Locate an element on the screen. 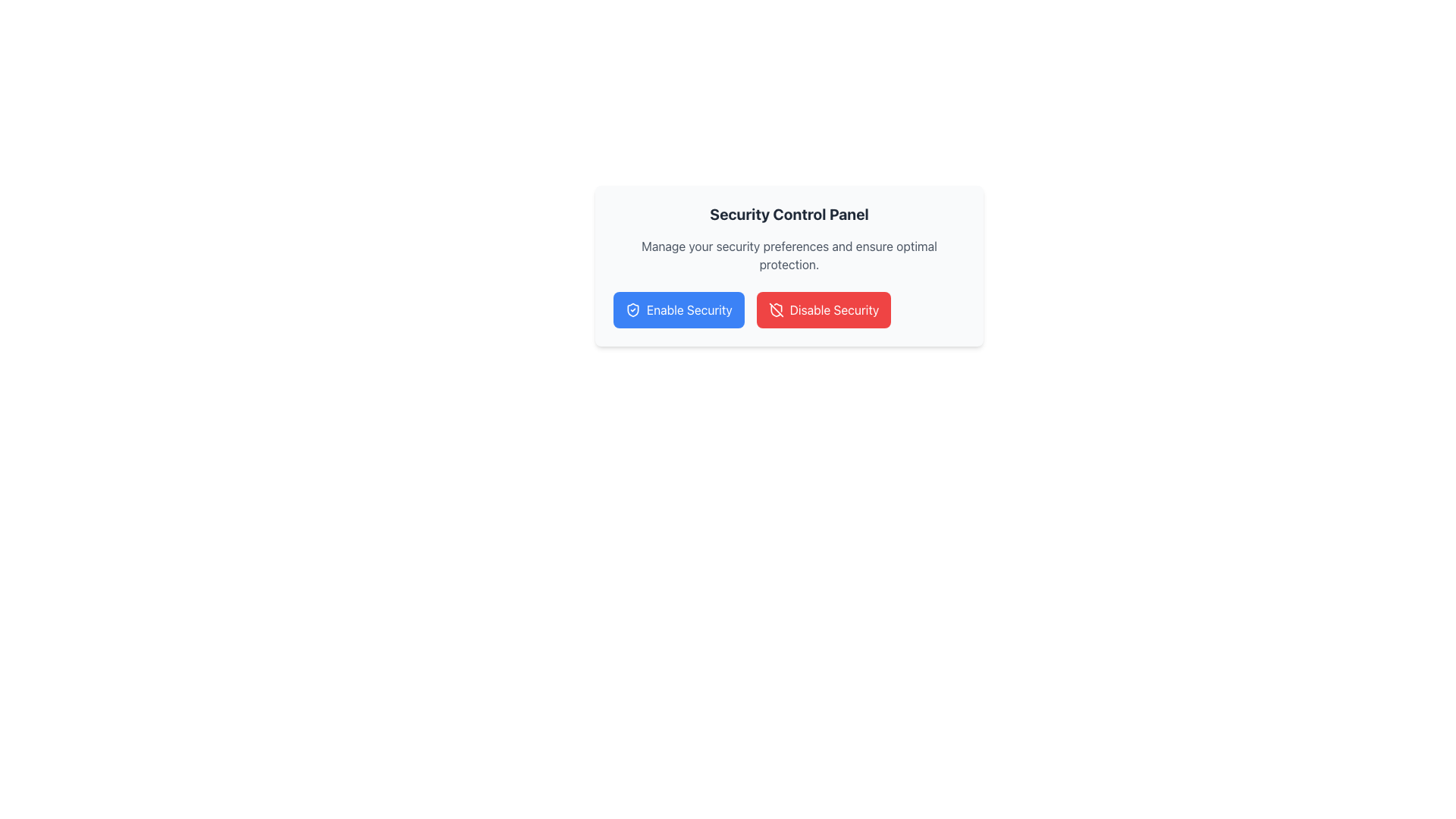 This screenshot has width=1456, height=819. the button that disables the security functionality, located to the right of the 'Enable Security' button is located at coordinates (823, 309).